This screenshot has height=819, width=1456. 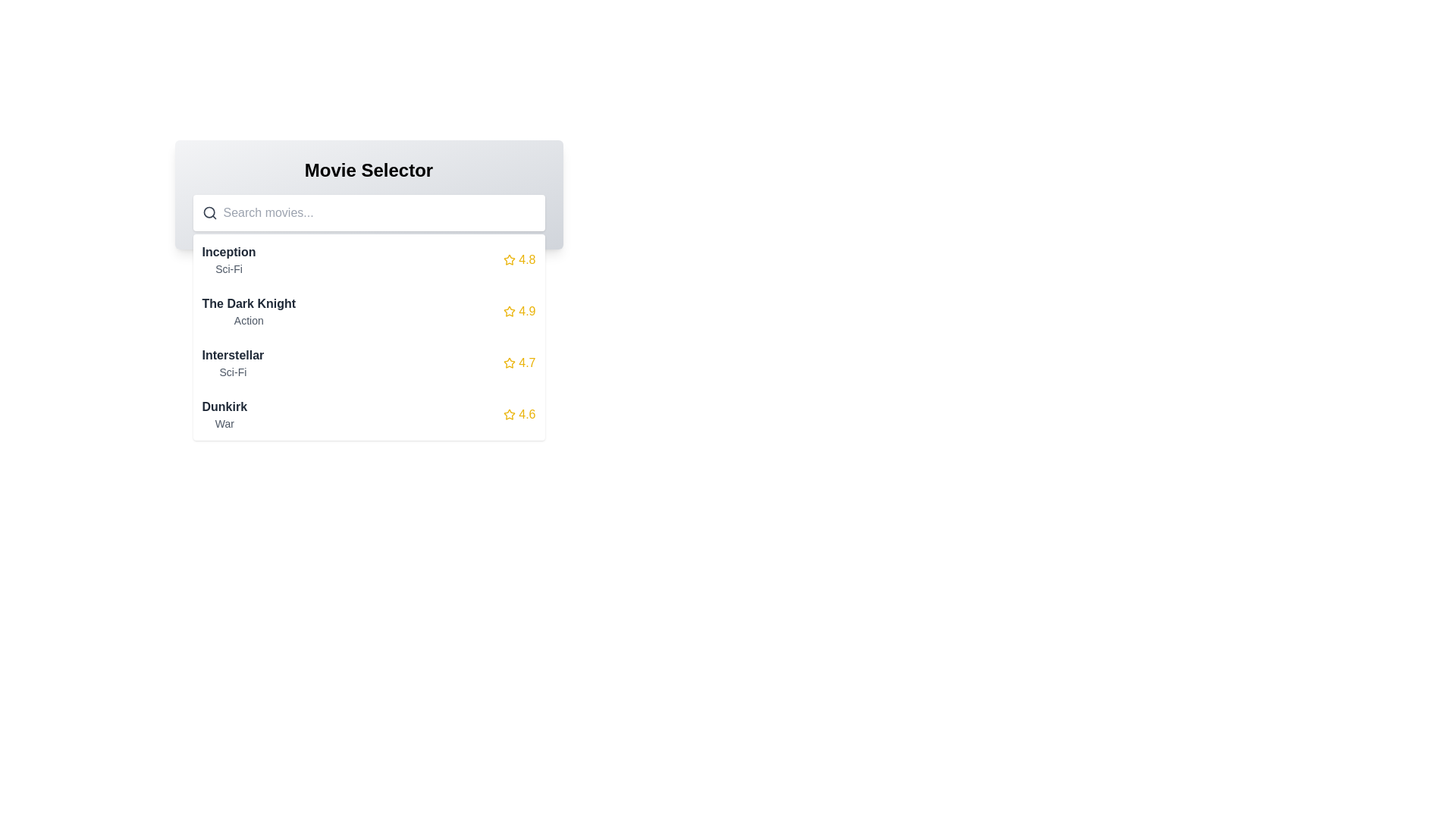 I want to click on the text label displaying 'The Dark Knight', which is the first line in the second entry of the 'Movie Selector' list, positioned between 'Inception' and 'Interstellar', so click(x=249, y=304).